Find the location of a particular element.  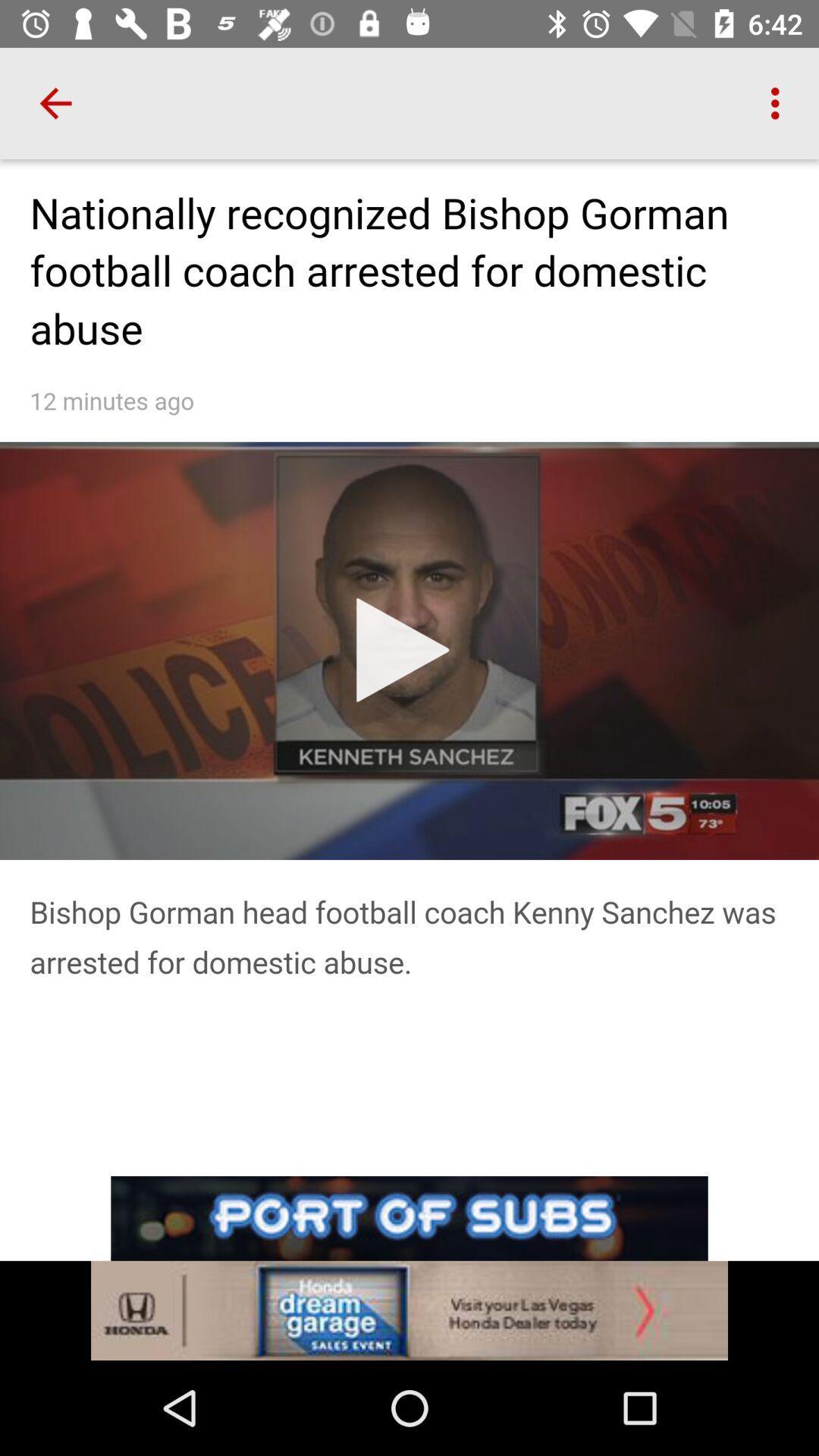

honda dealer advertisement is located at coordinates (409, 1310).